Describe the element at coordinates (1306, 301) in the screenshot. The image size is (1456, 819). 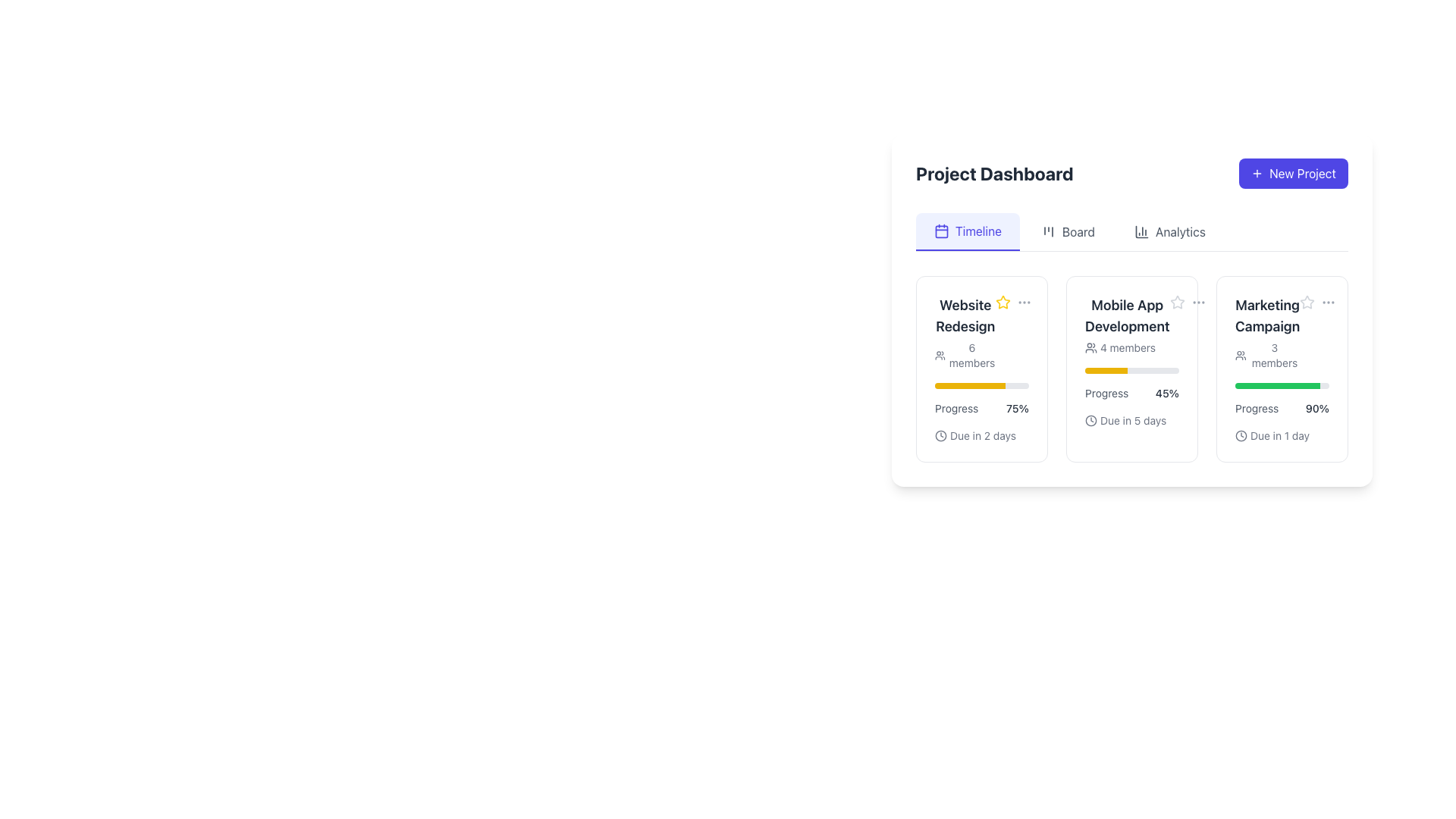
I see `the star icon in the Marketing Campaign section of the project dashboard` at that location.